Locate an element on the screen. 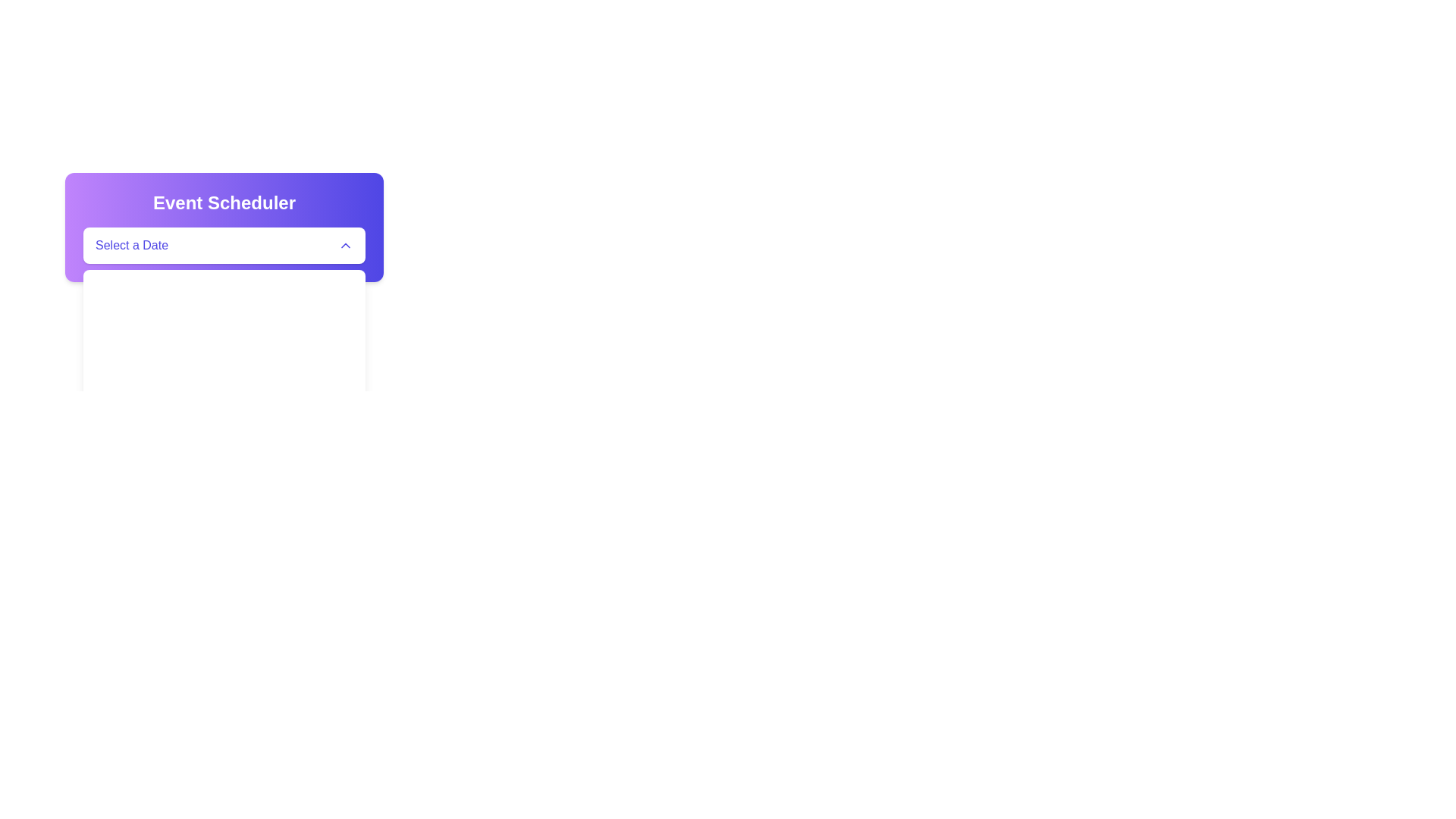 This screenshot has height=819, width=1456. the dropdown selection box of the 'Event Scheduler' composite UI component is located at coordinates (224, 227).